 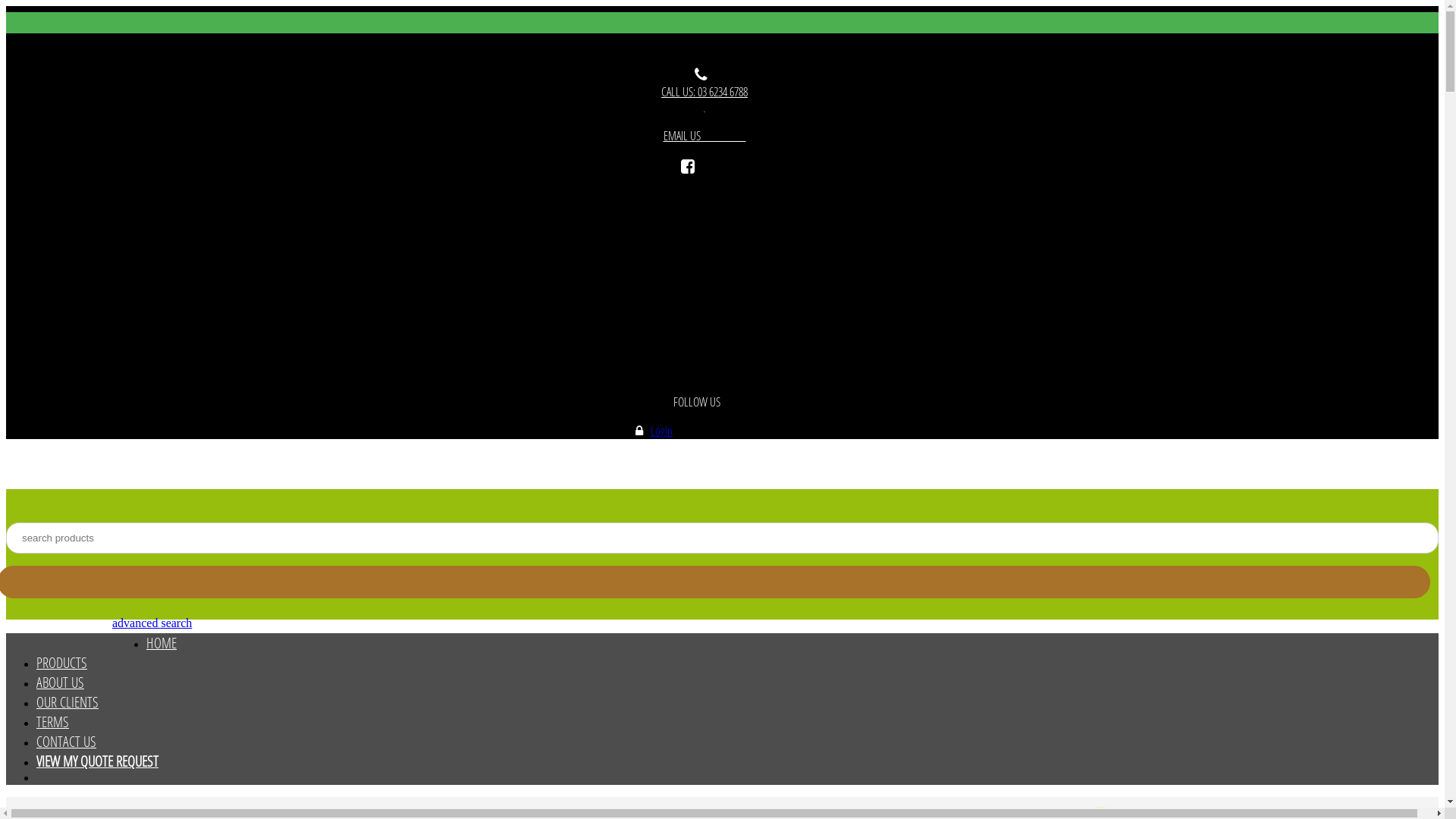 I want to click on 'HOME', so click(x=161, y=643).